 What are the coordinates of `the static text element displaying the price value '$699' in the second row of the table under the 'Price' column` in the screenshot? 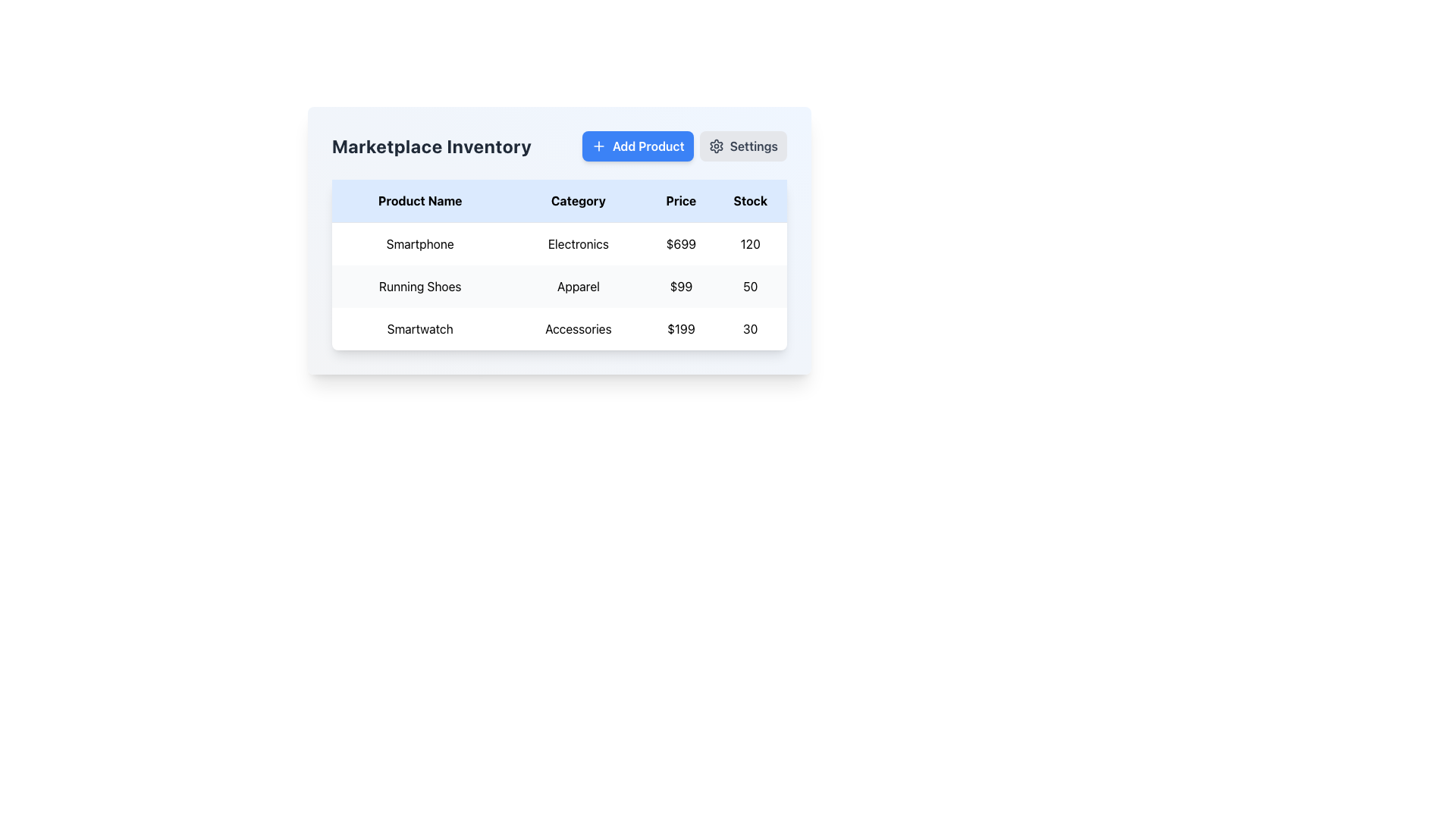 It's located at (680, 243).